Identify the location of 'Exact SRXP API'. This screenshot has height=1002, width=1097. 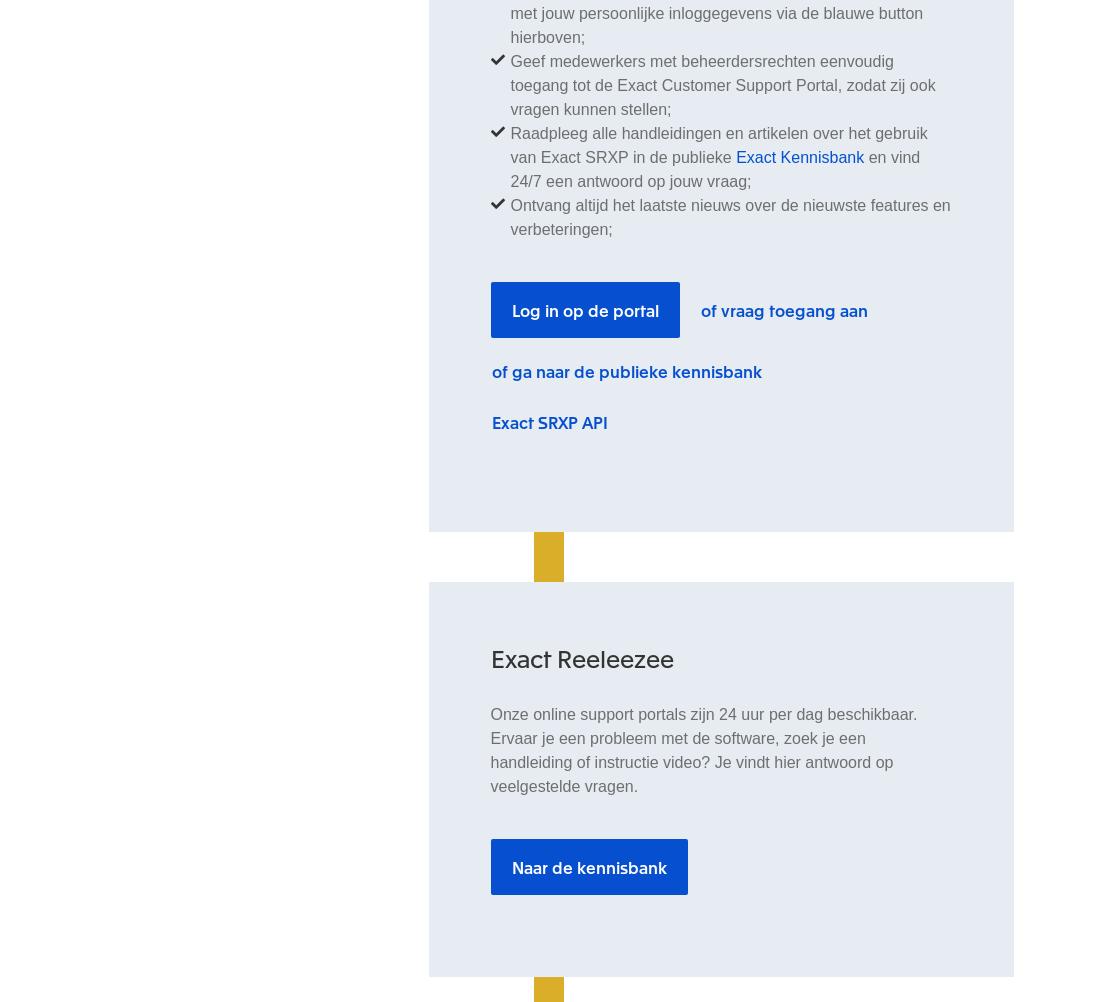
(548, 421).